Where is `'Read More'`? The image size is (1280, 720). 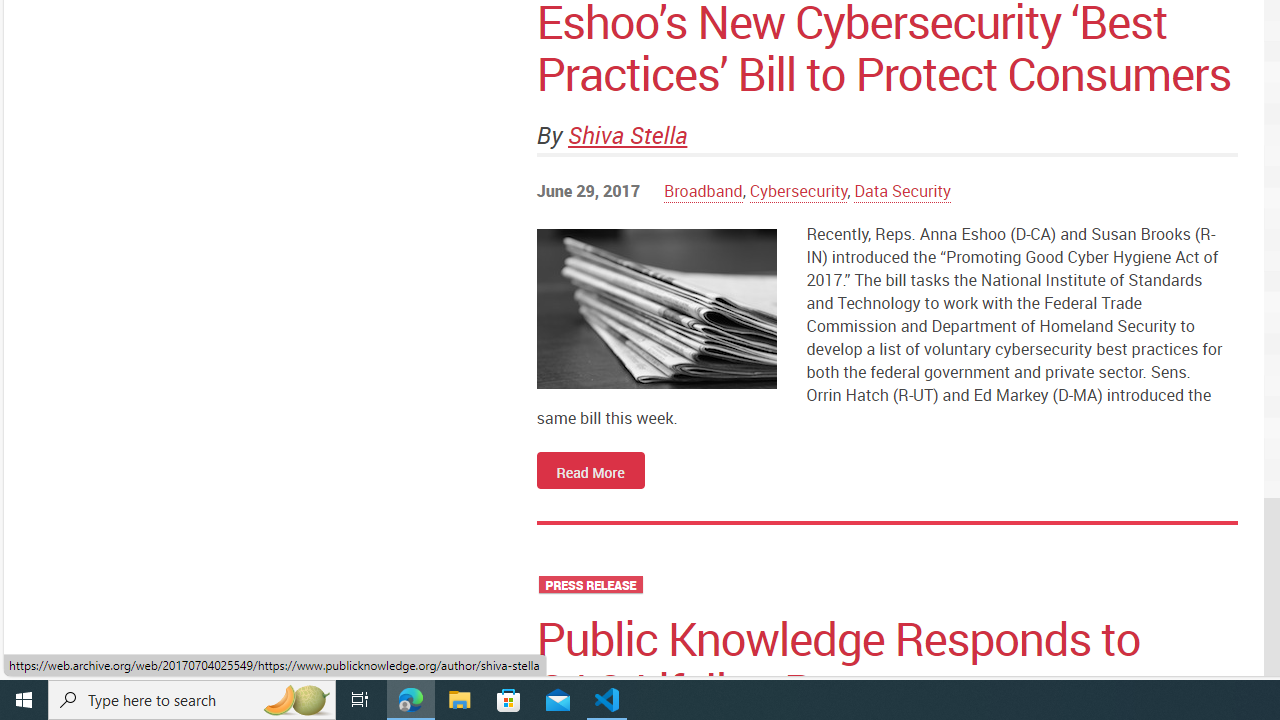 'Read More' is located at coordinates (589, 469).